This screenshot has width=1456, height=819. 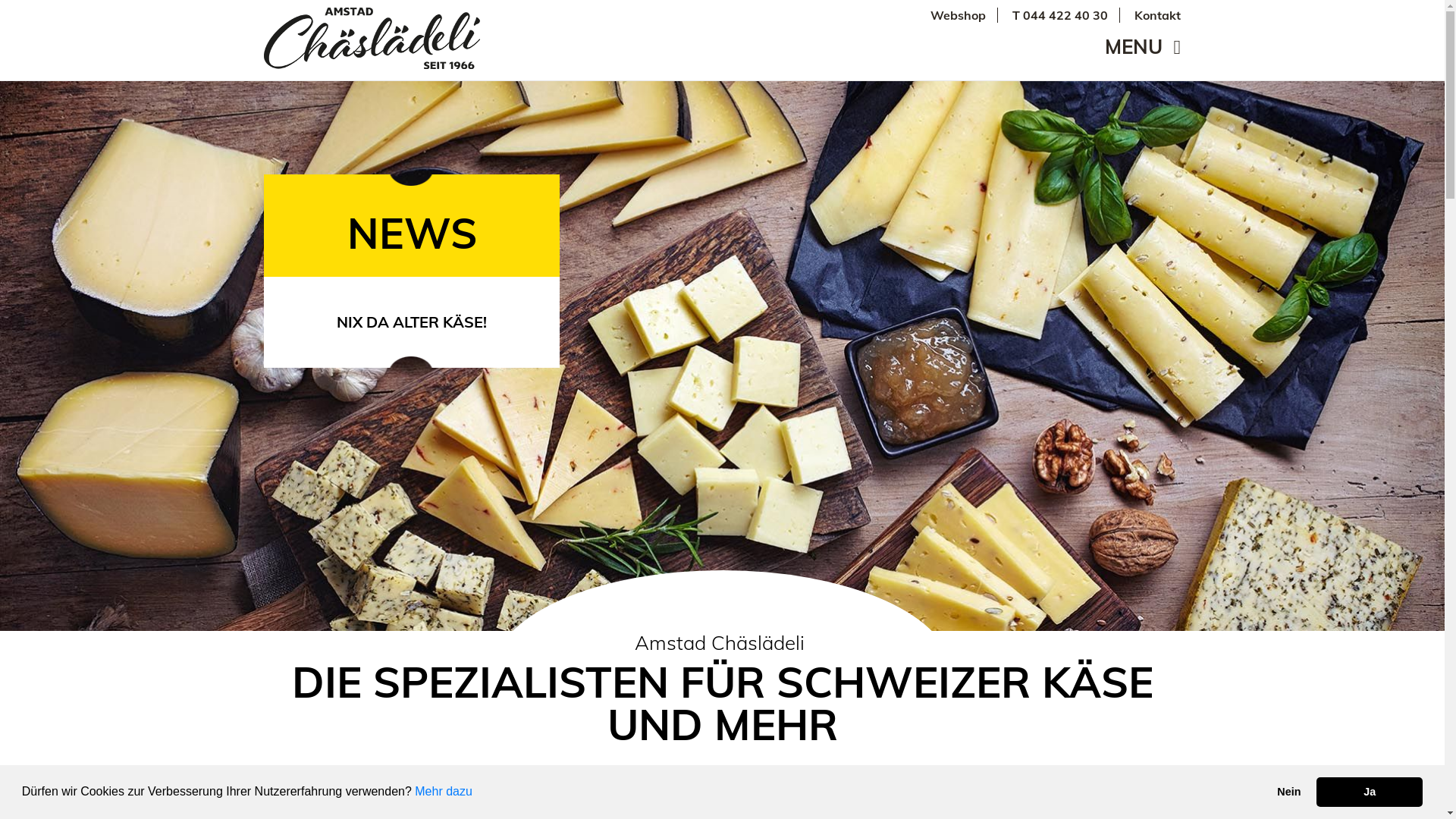 What do you see at coordinates (415, 790) in the screenshot?
I see `'Mehr dazu'` at bounding box center [415, 790].